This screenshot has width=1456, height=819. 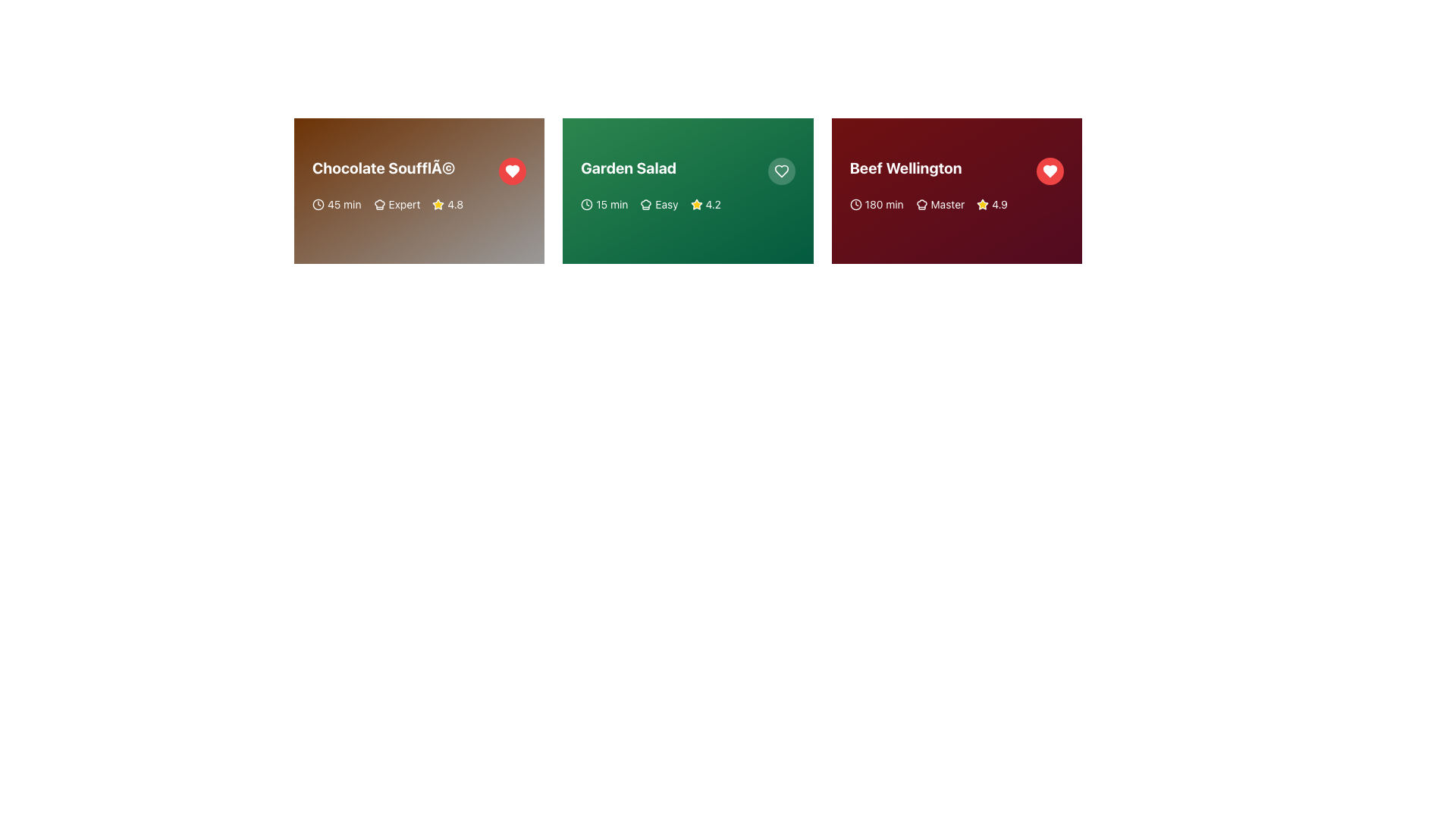 What do you see at coordinates (1050, 171) in the screenshot?
I see `the favorite button in the top-right corner of the 'Beef Wellington' card to mark it as a favorite` at bounding box center [1050, 171].